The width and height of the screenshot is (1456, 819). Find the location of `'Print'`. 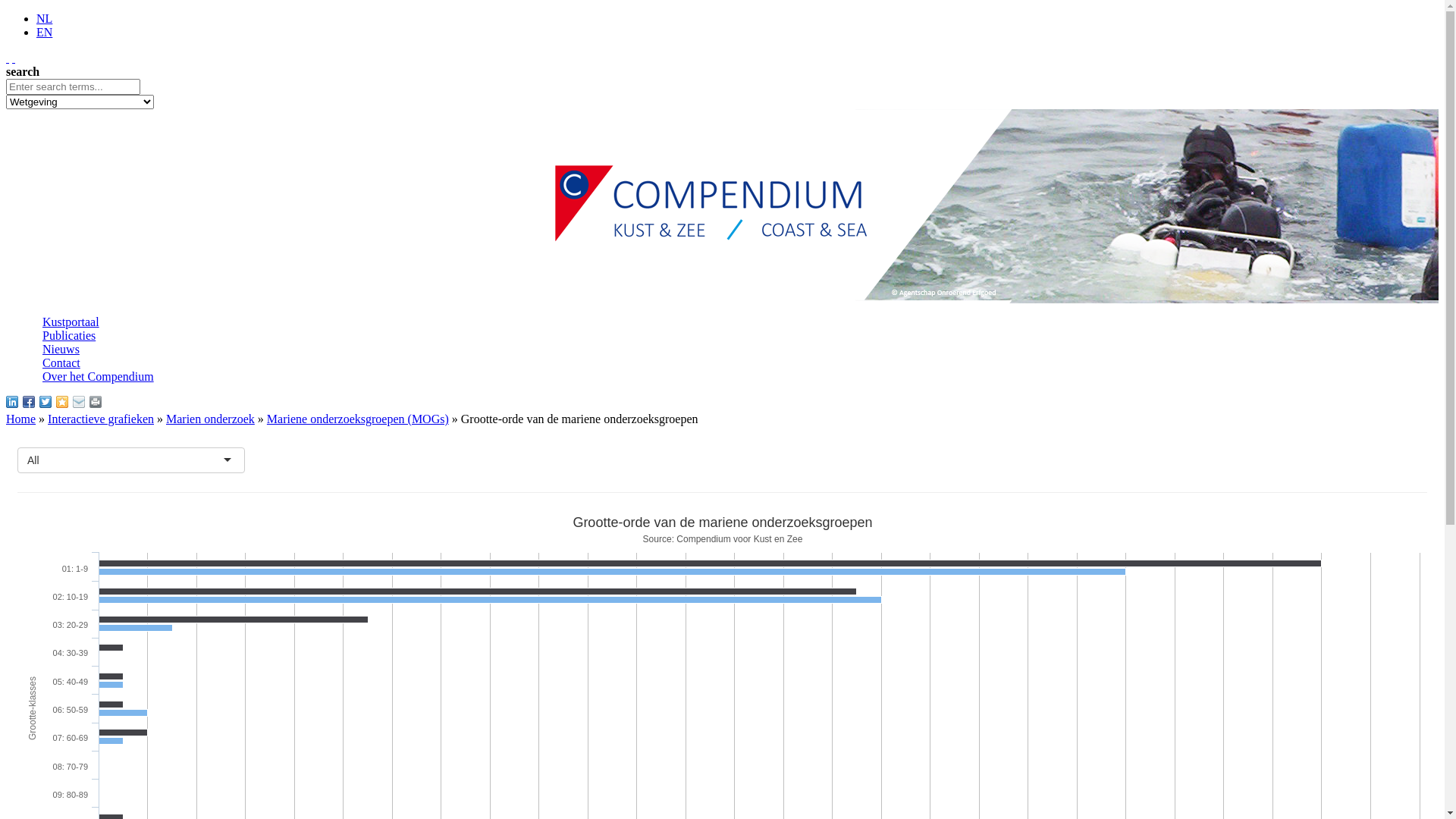

'Print' is located at coordinates (89, 400).